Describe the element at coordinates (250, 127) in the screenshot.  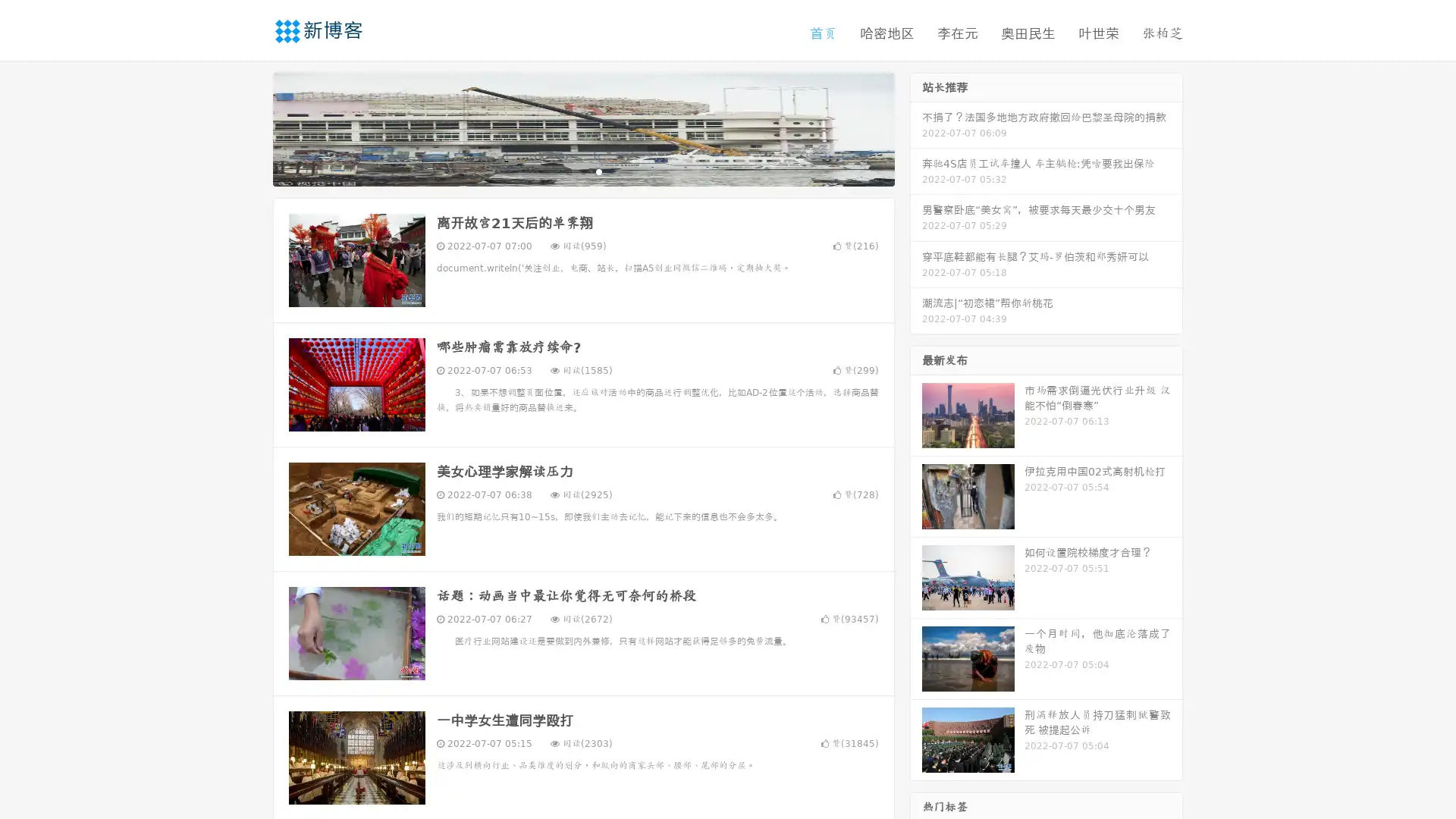
I see `Previous slide` at that location.